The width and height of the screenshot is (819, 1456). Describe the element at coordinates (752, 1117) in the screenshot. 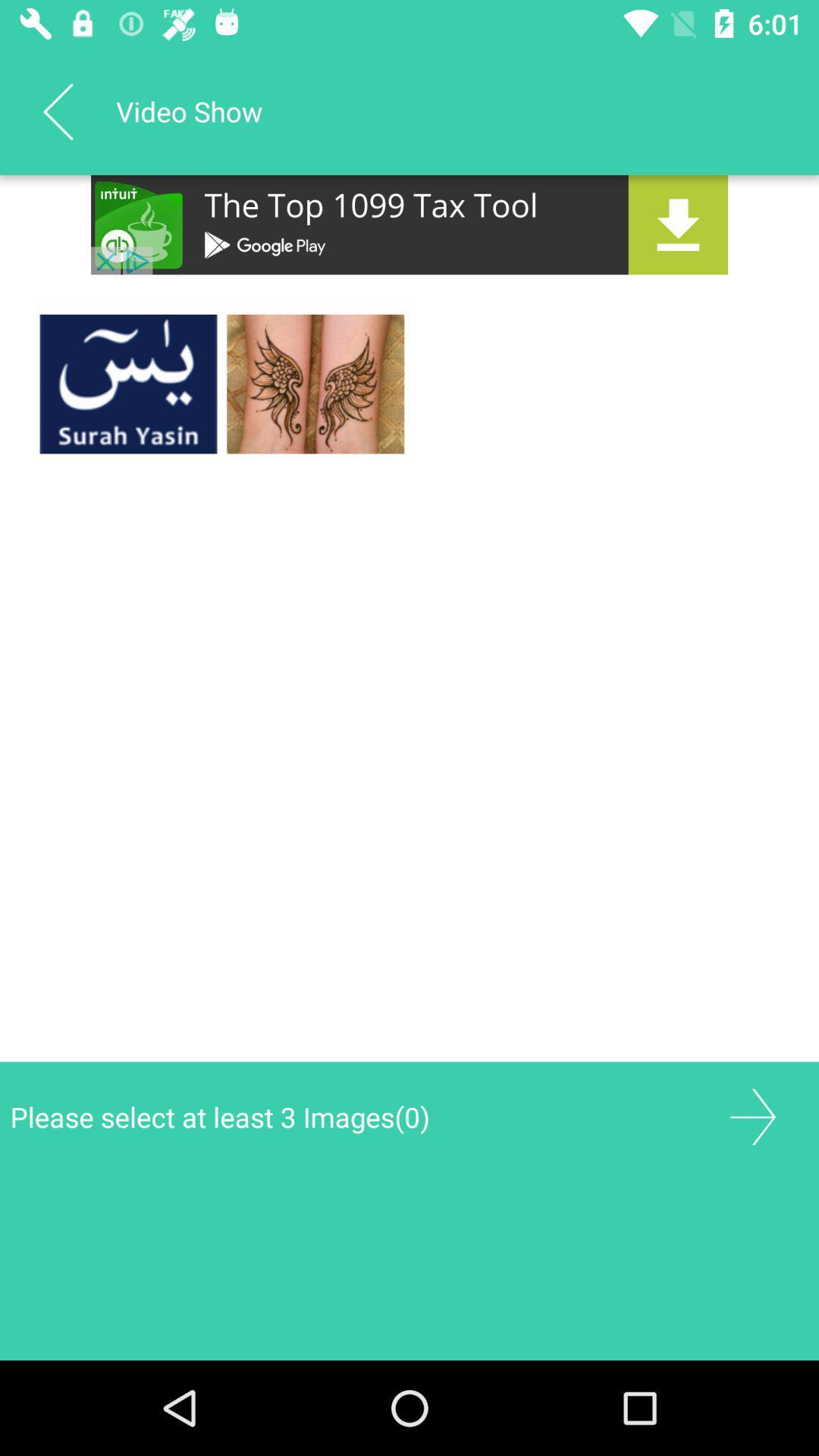

I see `gallery` at that location.